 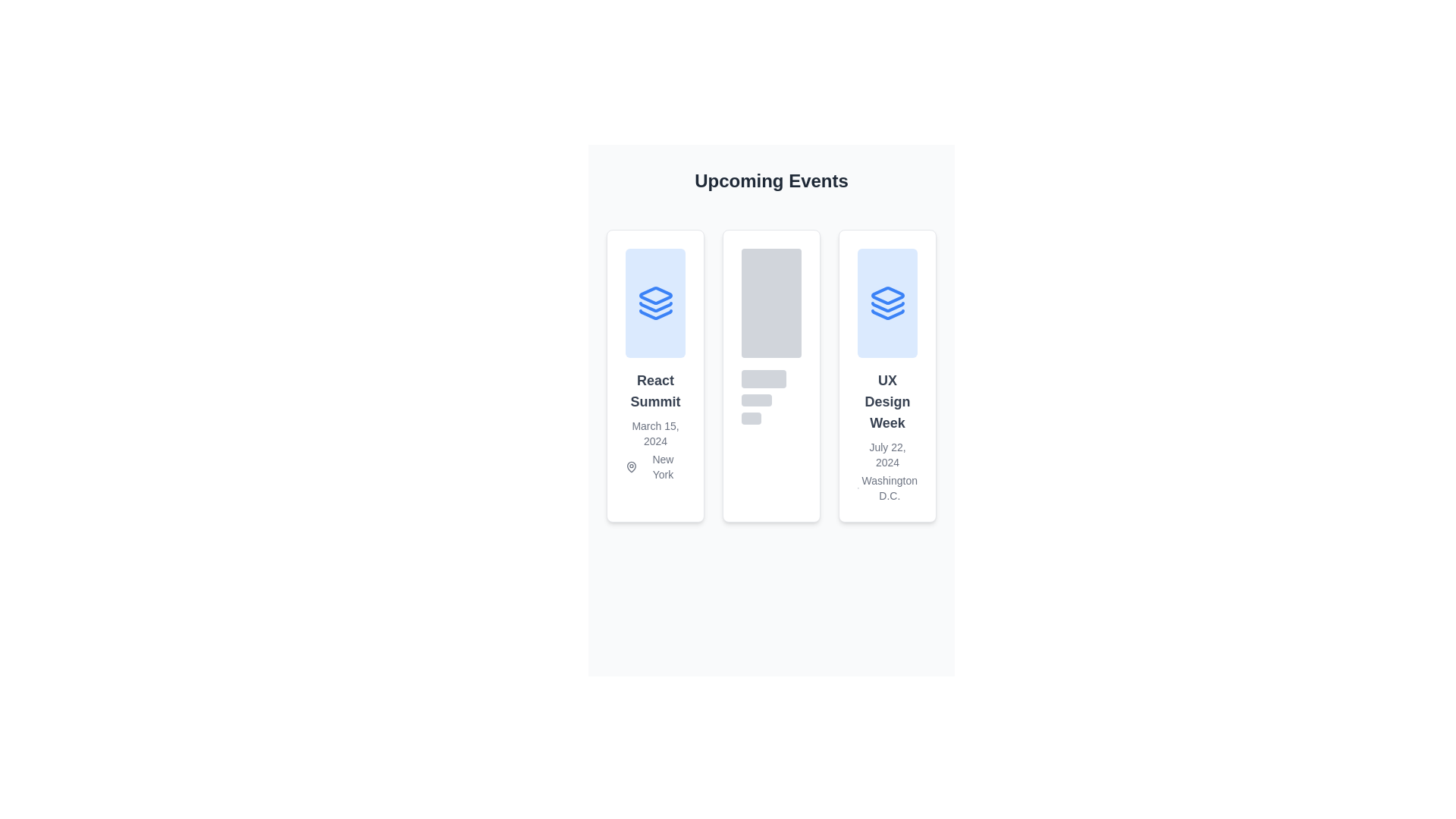 What do you see at coordinates (771, 375) in the screenshot?
I see `the Loading placeholder card located in the Upcoming Events section, positioned between the React Summit and UX Design Week cards` at bounding box center [771, 375].